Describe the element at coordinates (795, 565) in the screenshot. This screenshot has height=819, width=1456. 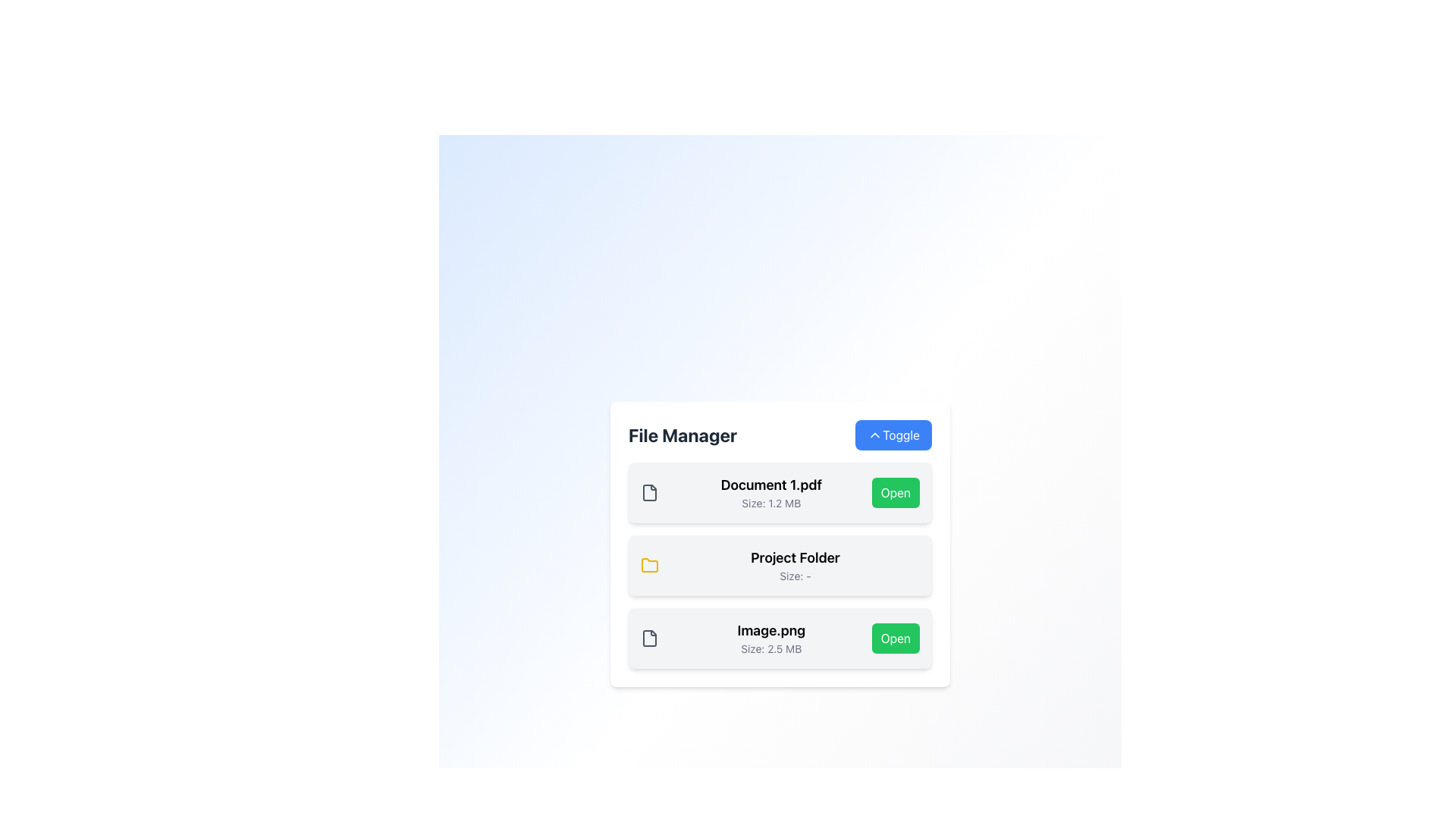
I see `the text label providing the title 'Project Folder' located in the second card of a vertical list of three cards in the file manager interface` at that location.